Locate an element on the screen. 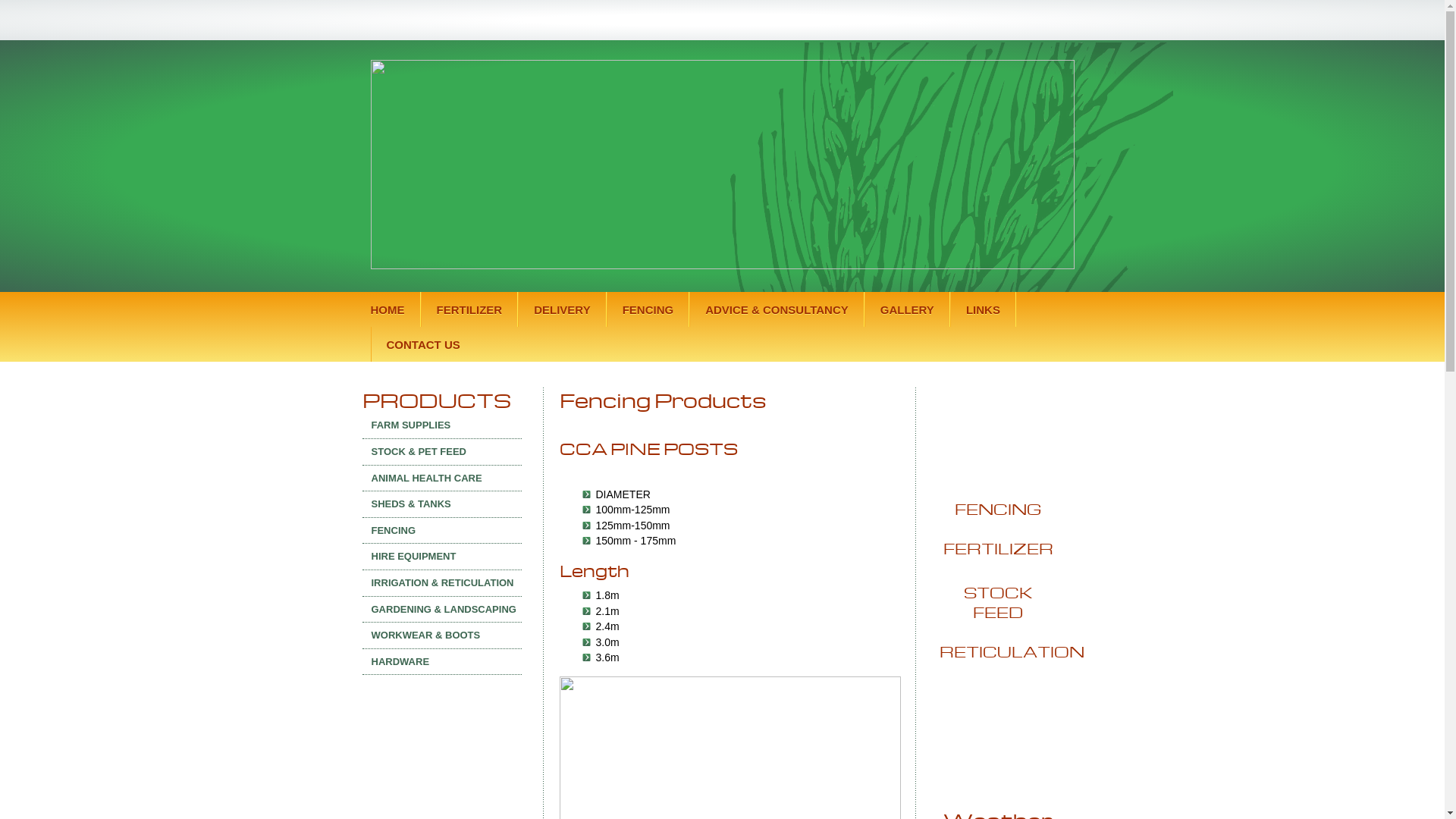 This screenshot has width=1456, height=819. 'CONTACT US' is located at coordinates (422, 344).